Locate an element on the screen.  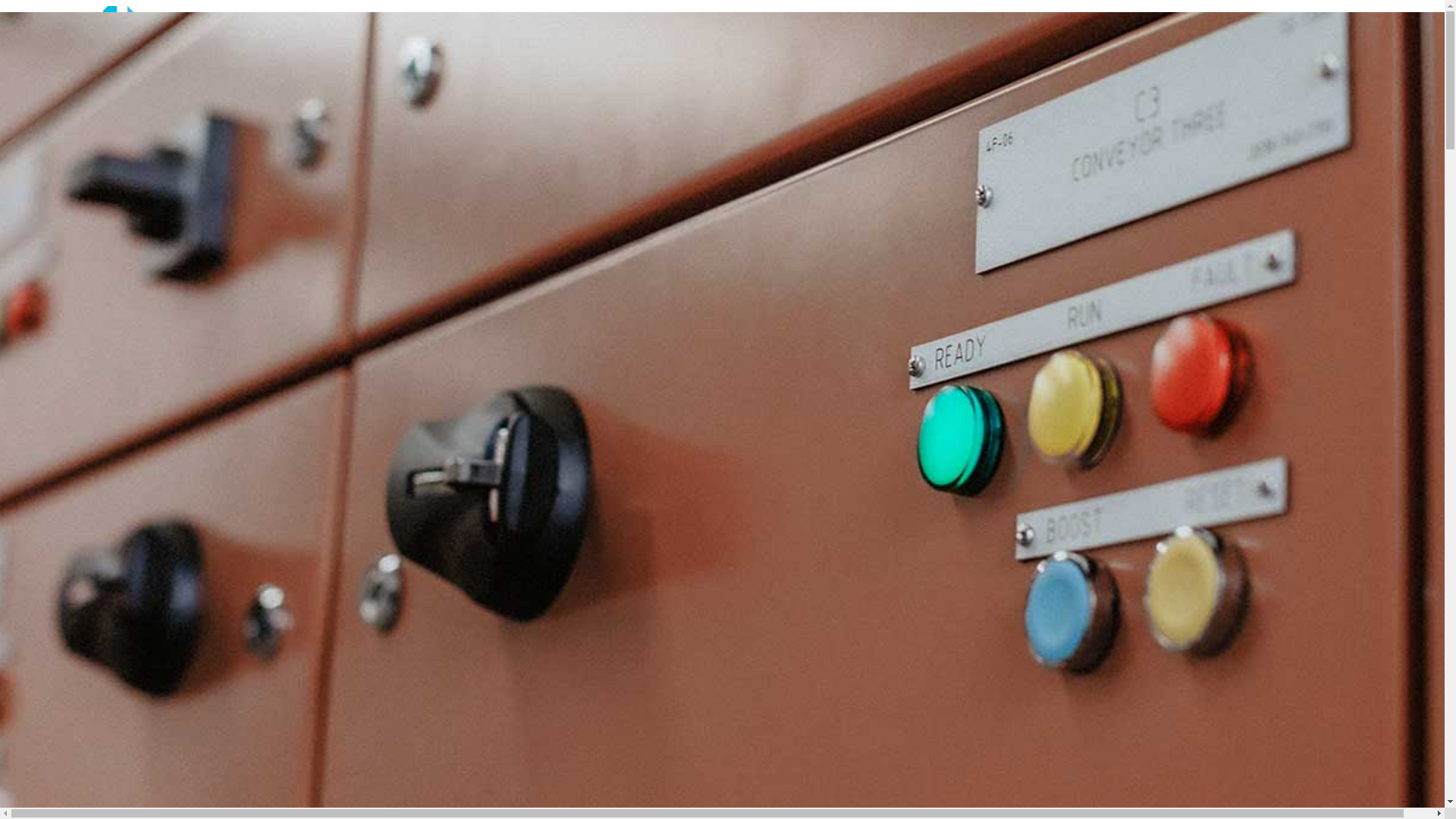
'Skip to main content' is located at coordinates (5, 5).